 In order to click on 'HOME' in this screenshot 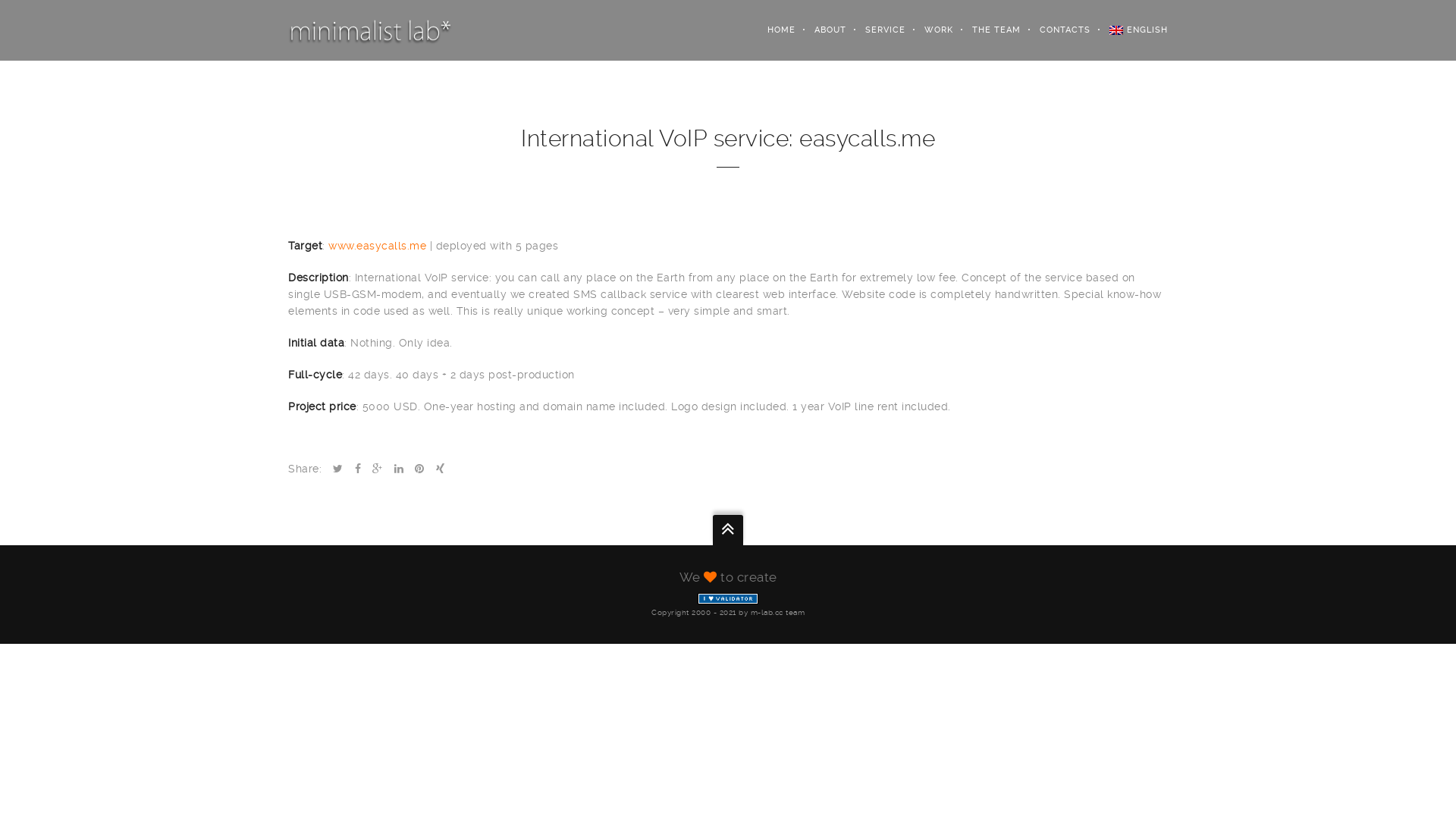, I will do `click(771, 30)`.